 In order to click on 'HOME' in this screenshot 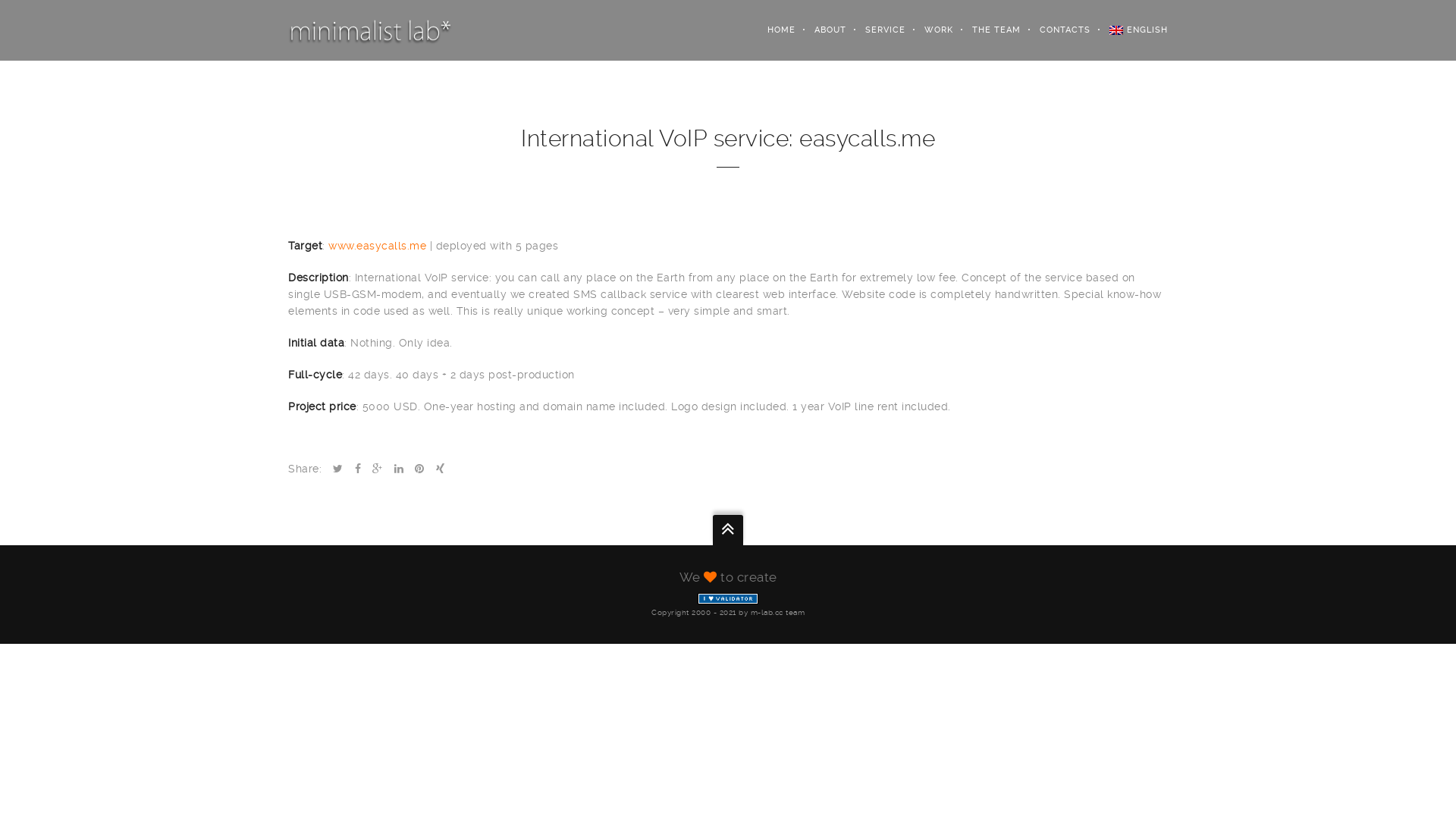, I will do `click(771, 30)`.